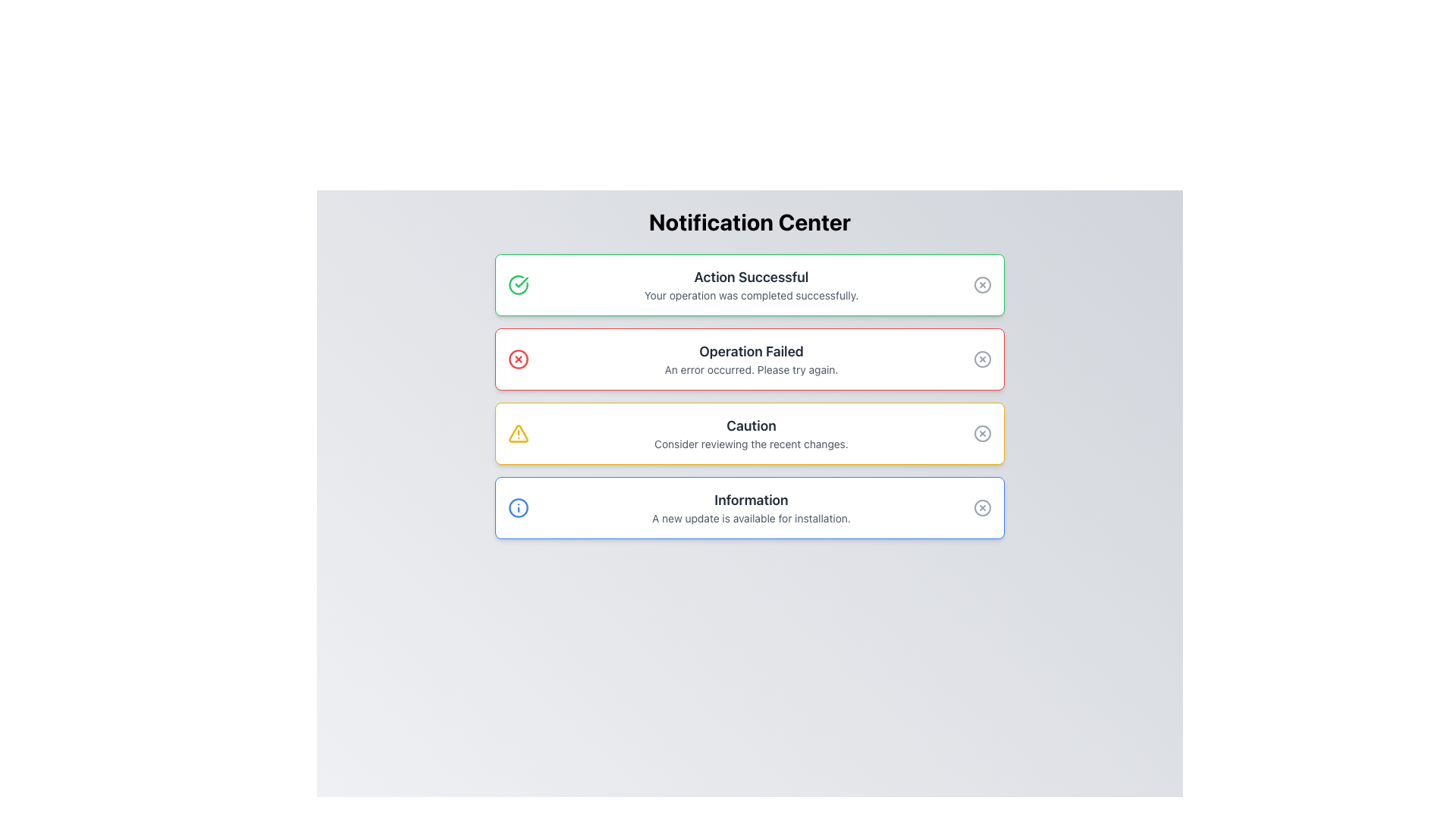 The image size is (1456, 819). What do you see at coordinates (983, 359) in the screenshot?
I see `the dismissal button located at the top-right corner of the 'Operation Failed' notification box to change its color` at bounding box center [983, 359].